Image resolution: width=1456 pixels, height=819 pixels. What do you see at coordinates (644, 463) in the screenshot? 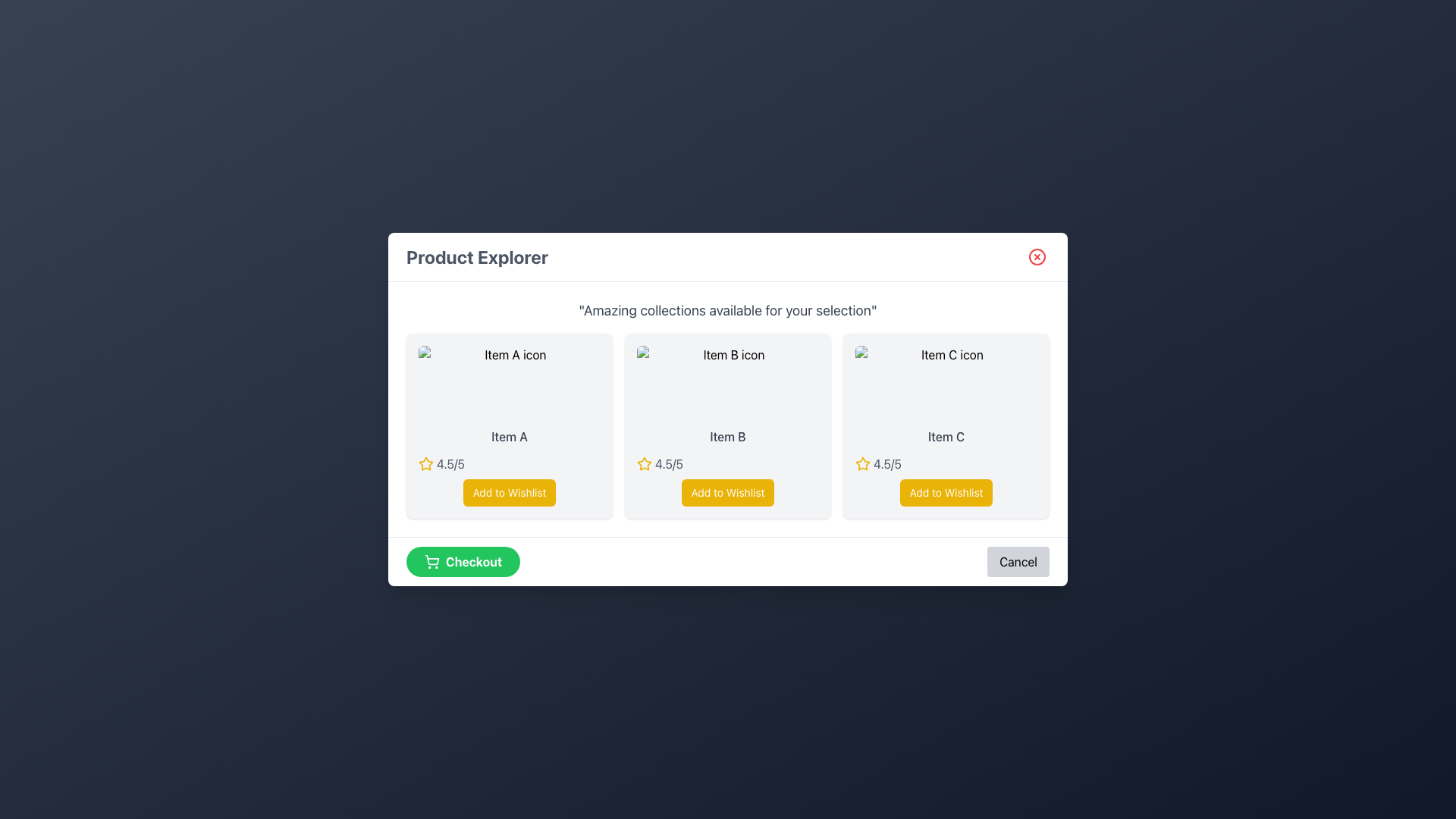
I see `the star icon with a yellow border and transparent center located in the center card of the 'Product Explorer' dialog box, representing 'Item B'` at bounding box center [644, 463].